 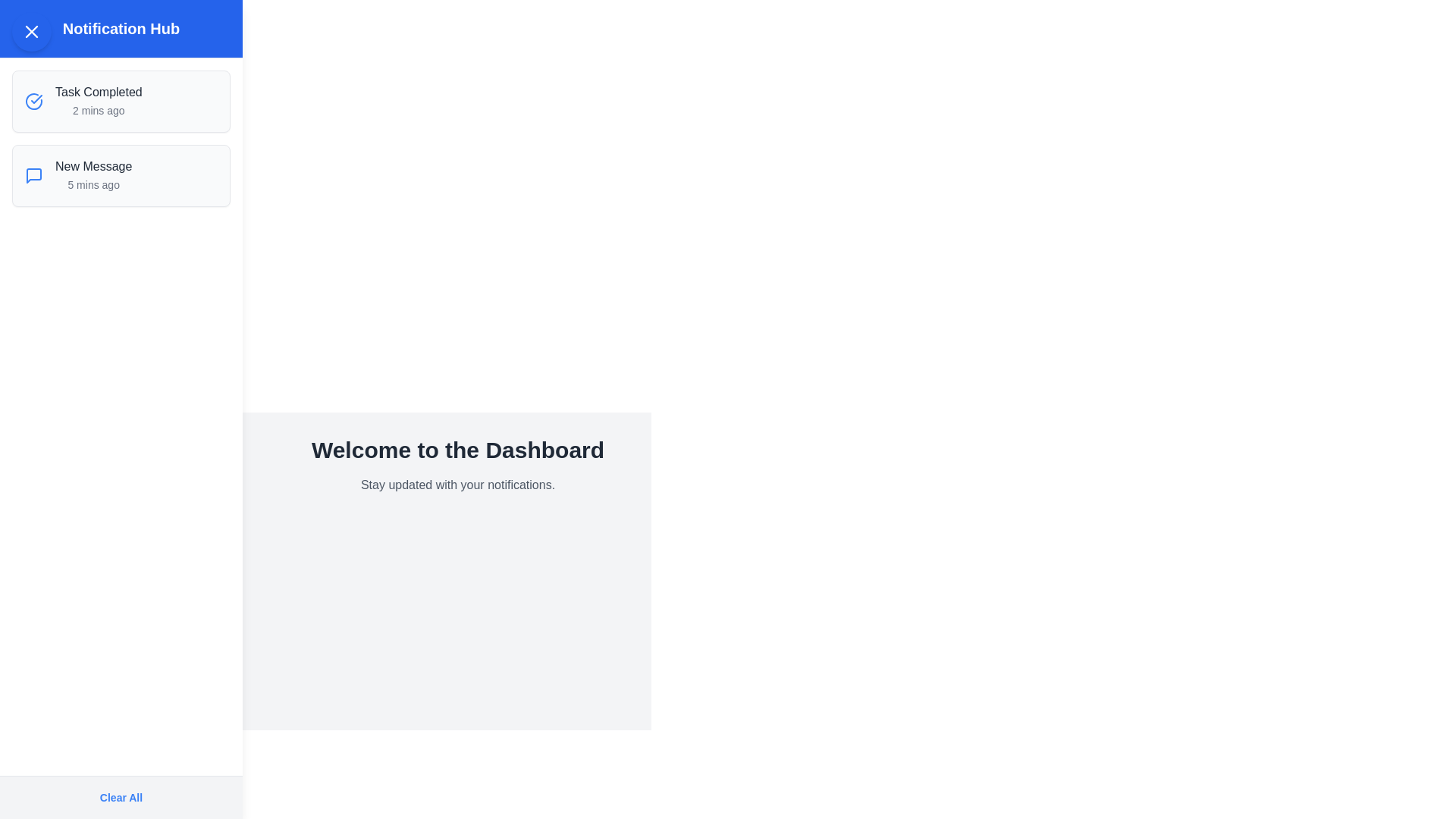 What do you see at coordinates (98, 110) in the screenshot?
I see `the Text label that indicates the timestamp of the associated notification, located beneath 'Task Completed' in the first notification item on the sidebar menu` at bounding box center [98, 110].